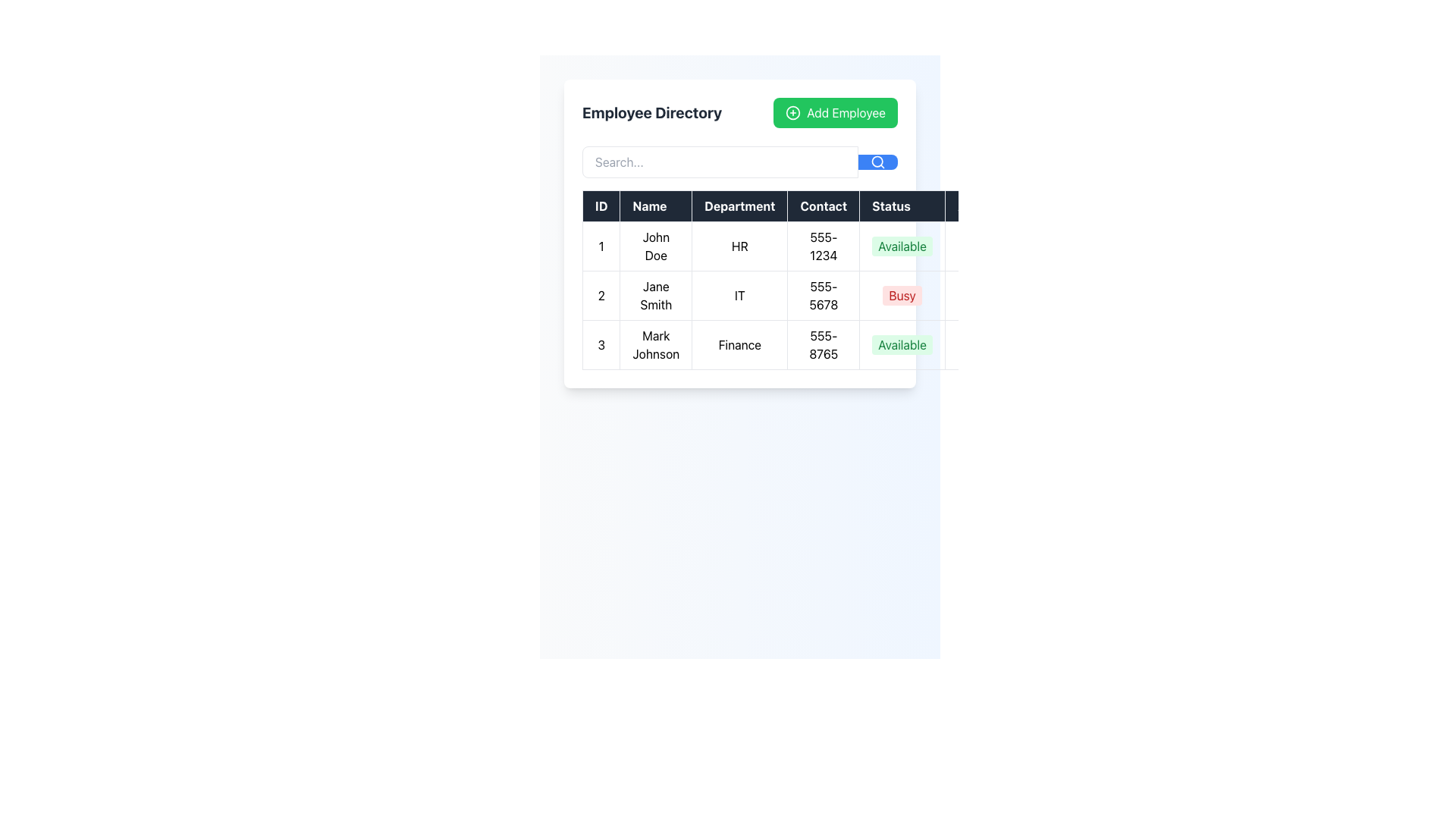 The width and height of the screenshot is (1456, 819). I want to click on the search icon styled with a magnifying glass, which is located at the center of a blue button, so click(877, 162).